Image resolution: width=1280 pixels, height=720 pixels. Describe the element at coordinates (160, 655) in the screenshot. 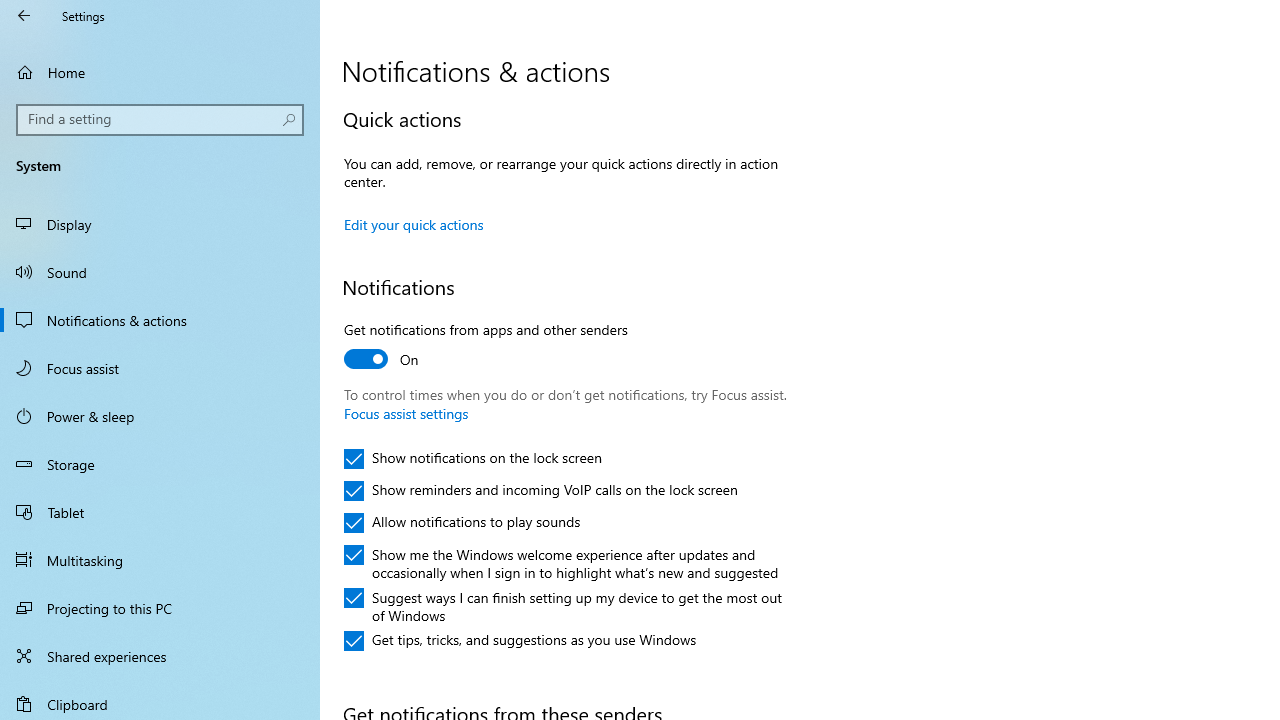

I see `'Shared experiences'` at that location.